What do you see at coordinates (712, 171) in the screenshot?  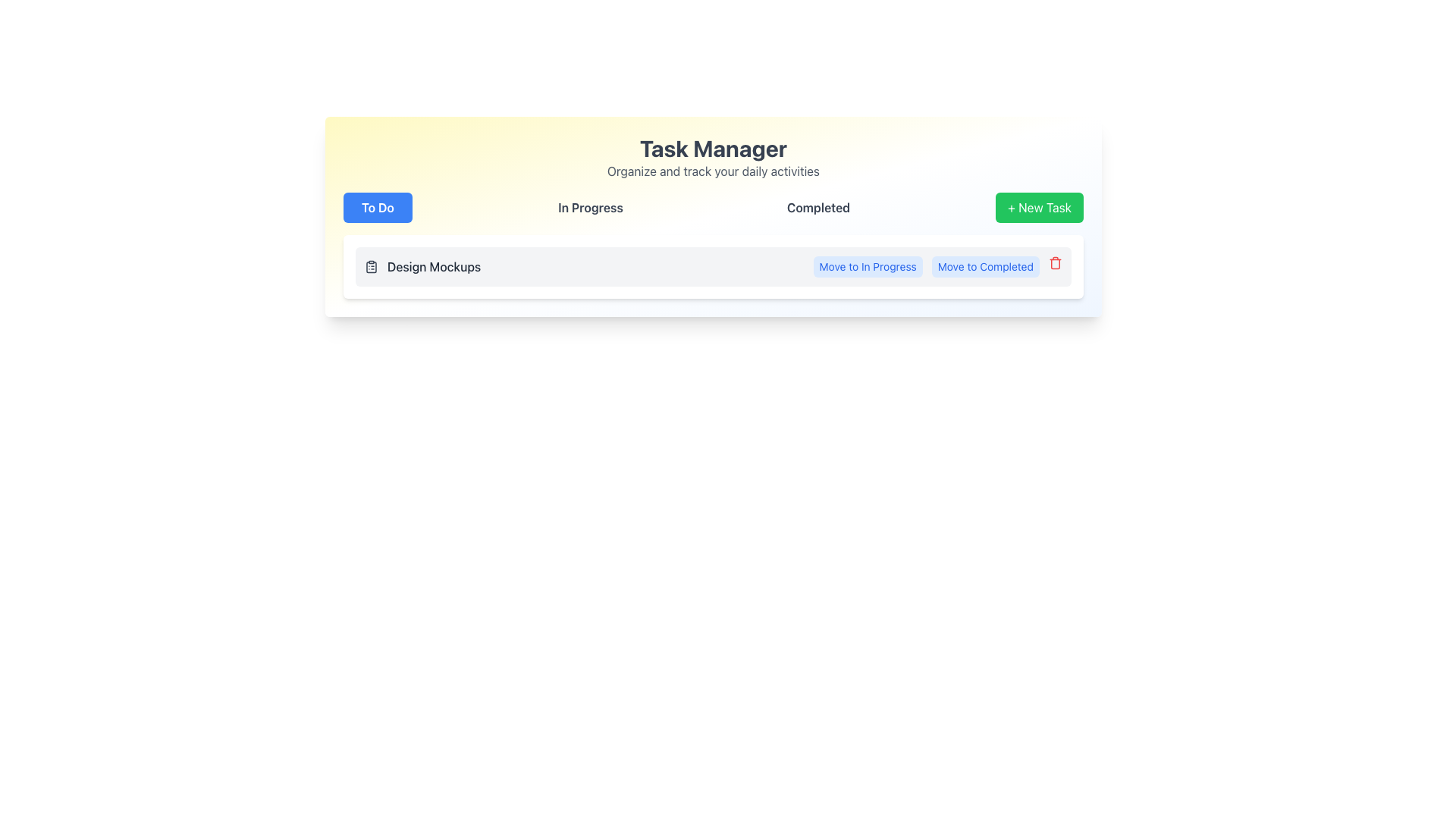 I see `the static text element that provides a subtitle for the header 'Task Manager', which describes the functionality of the application as 'Organize and track your daily activities'` at bounding box center [712, 171].